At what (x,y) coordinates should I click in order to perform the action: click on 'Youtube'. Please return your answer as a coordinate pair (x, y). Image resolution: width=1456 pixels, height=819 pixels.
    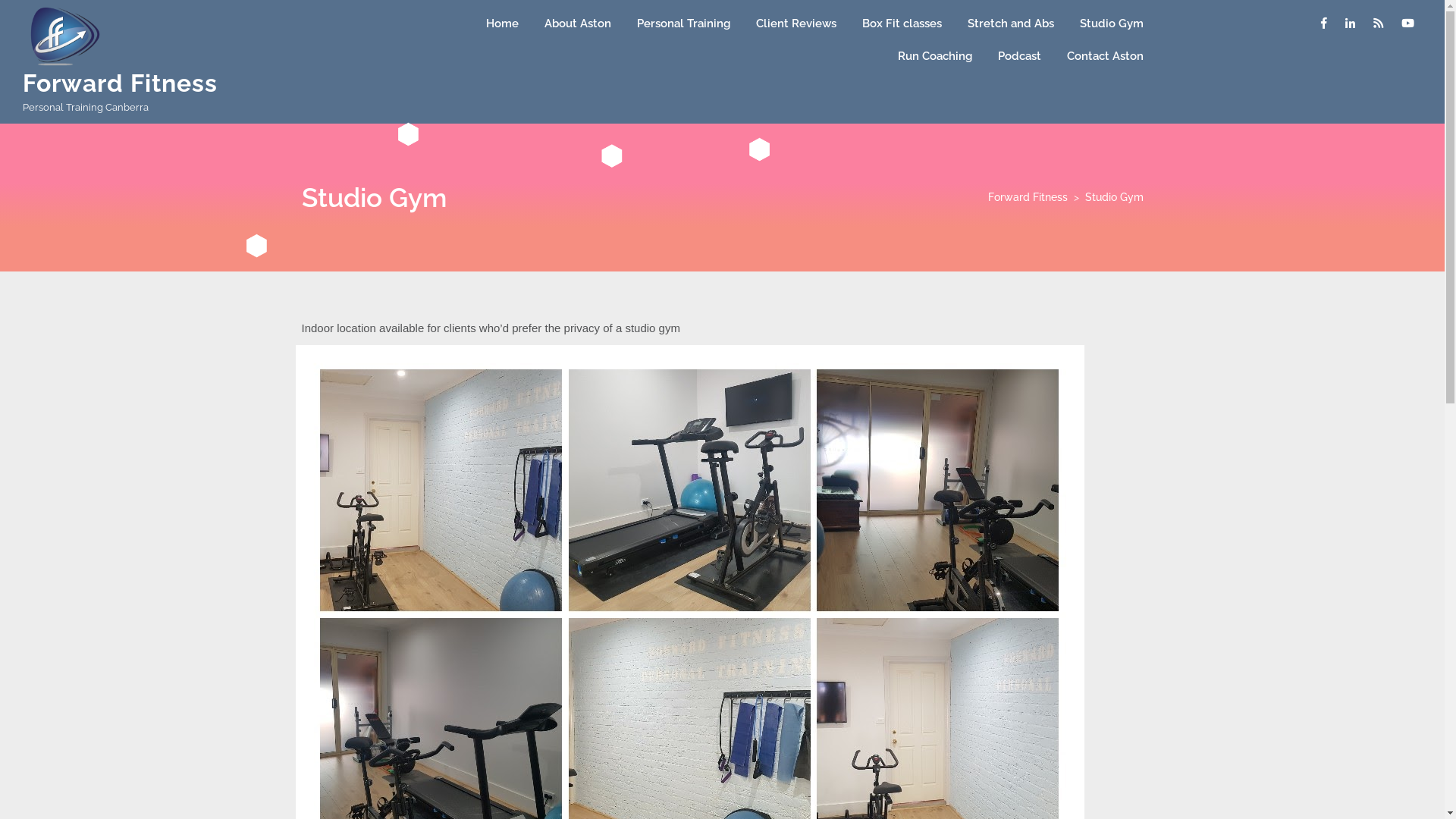
    Looking at the image, I should click on (1407, 23).